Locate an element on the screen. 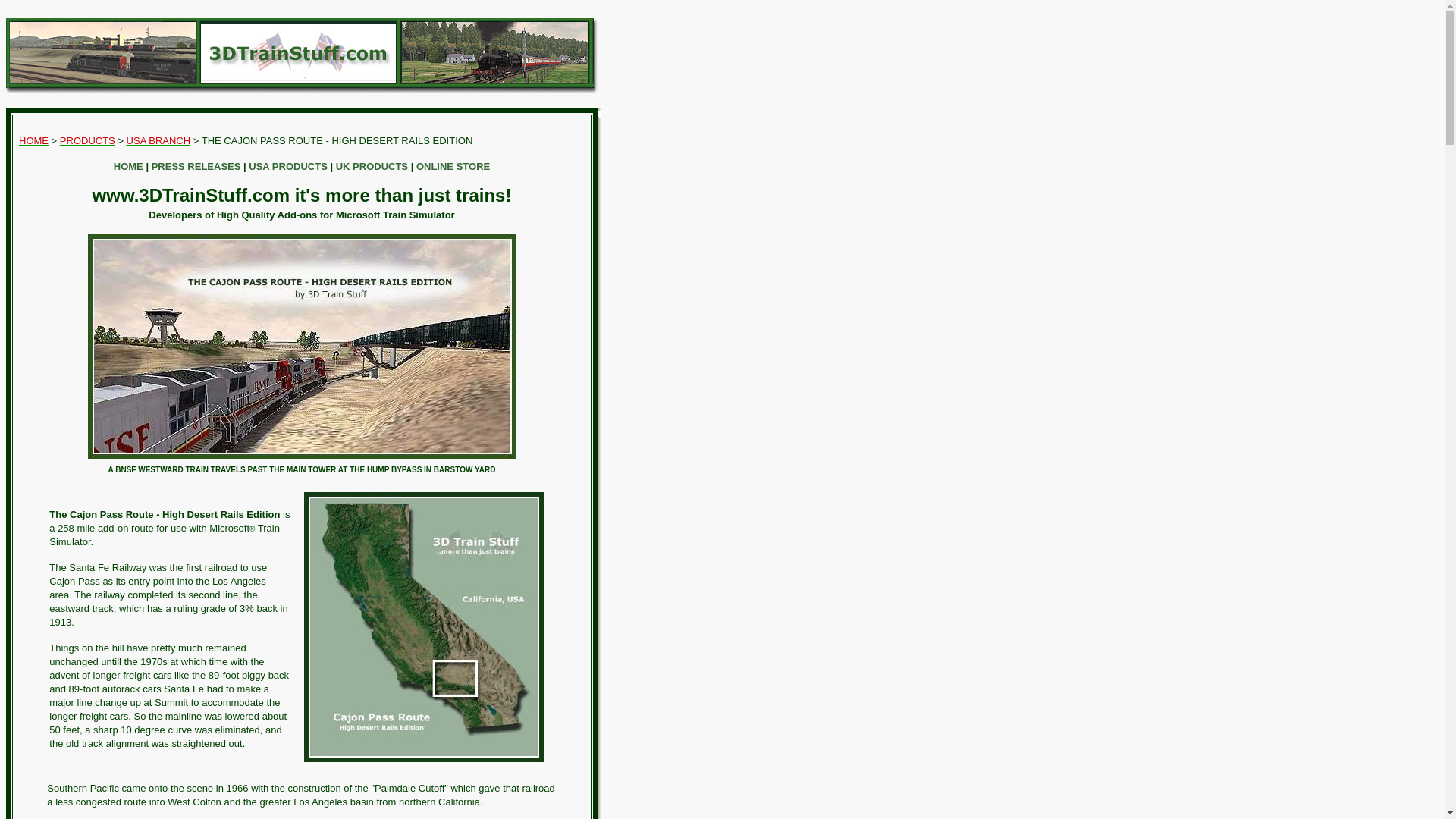  'UK PRODUCTS' is located at coordinates (372, 166).